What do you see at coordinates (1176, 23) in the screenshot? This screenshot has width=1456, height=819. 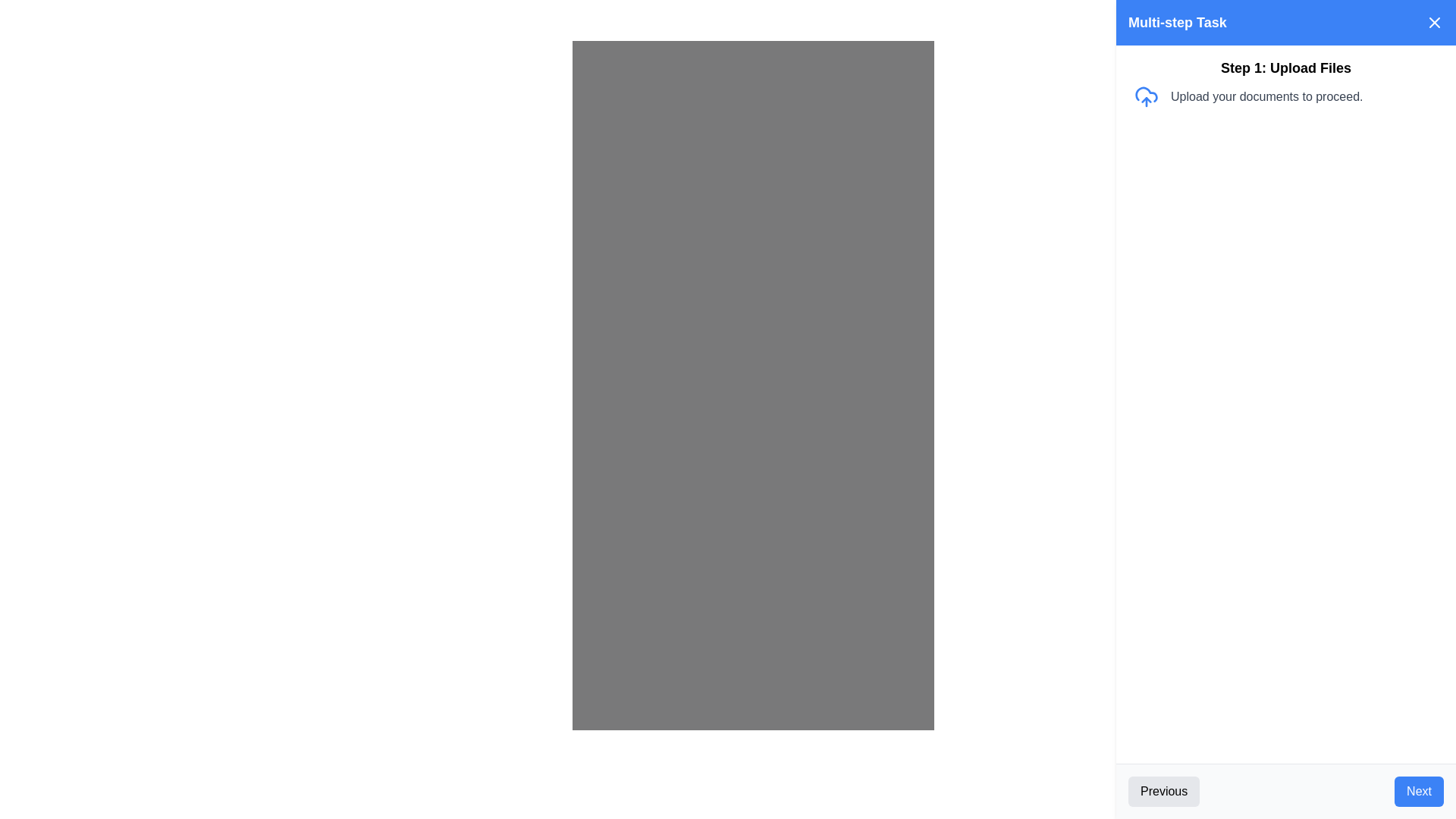 I see `the static text label displaying 'Multi-step Task' in a bold white font on a blue background, located in the top left corner of the header section` at bounding box center [1176, 23].